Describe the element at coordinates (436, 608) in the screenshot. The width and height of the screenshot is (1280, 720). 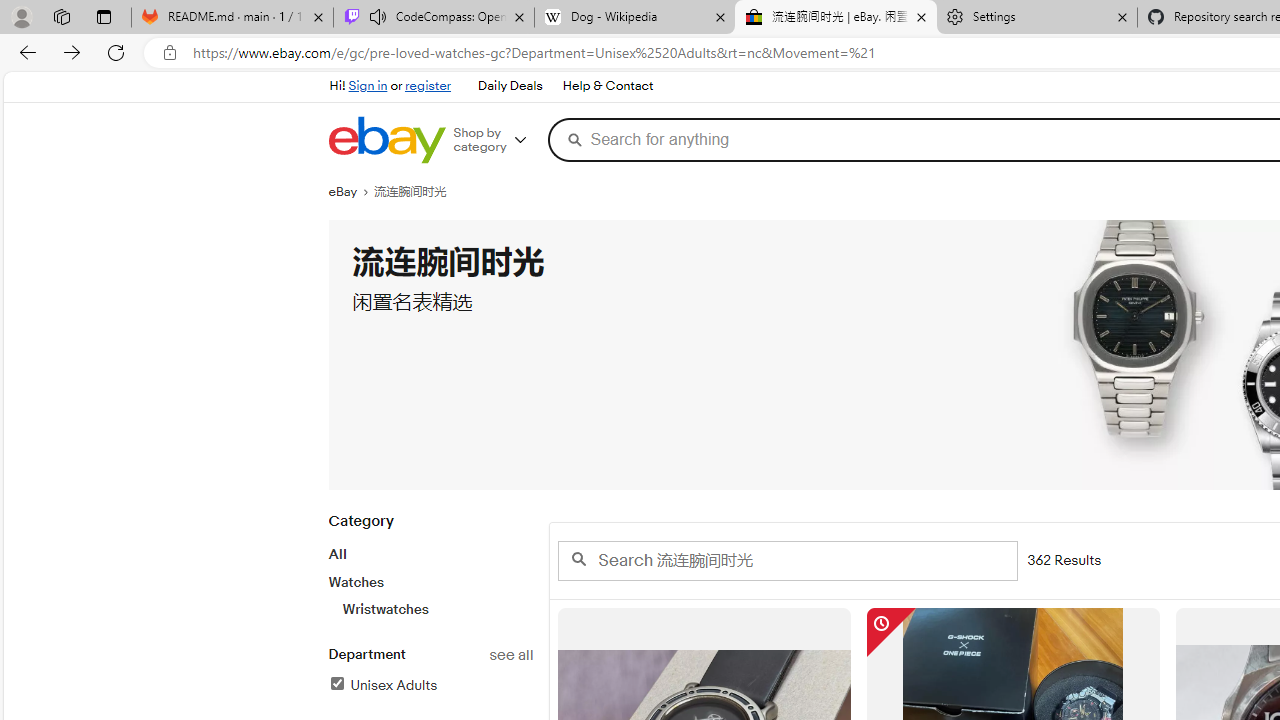
I see `'Wristwatches'` at that location.